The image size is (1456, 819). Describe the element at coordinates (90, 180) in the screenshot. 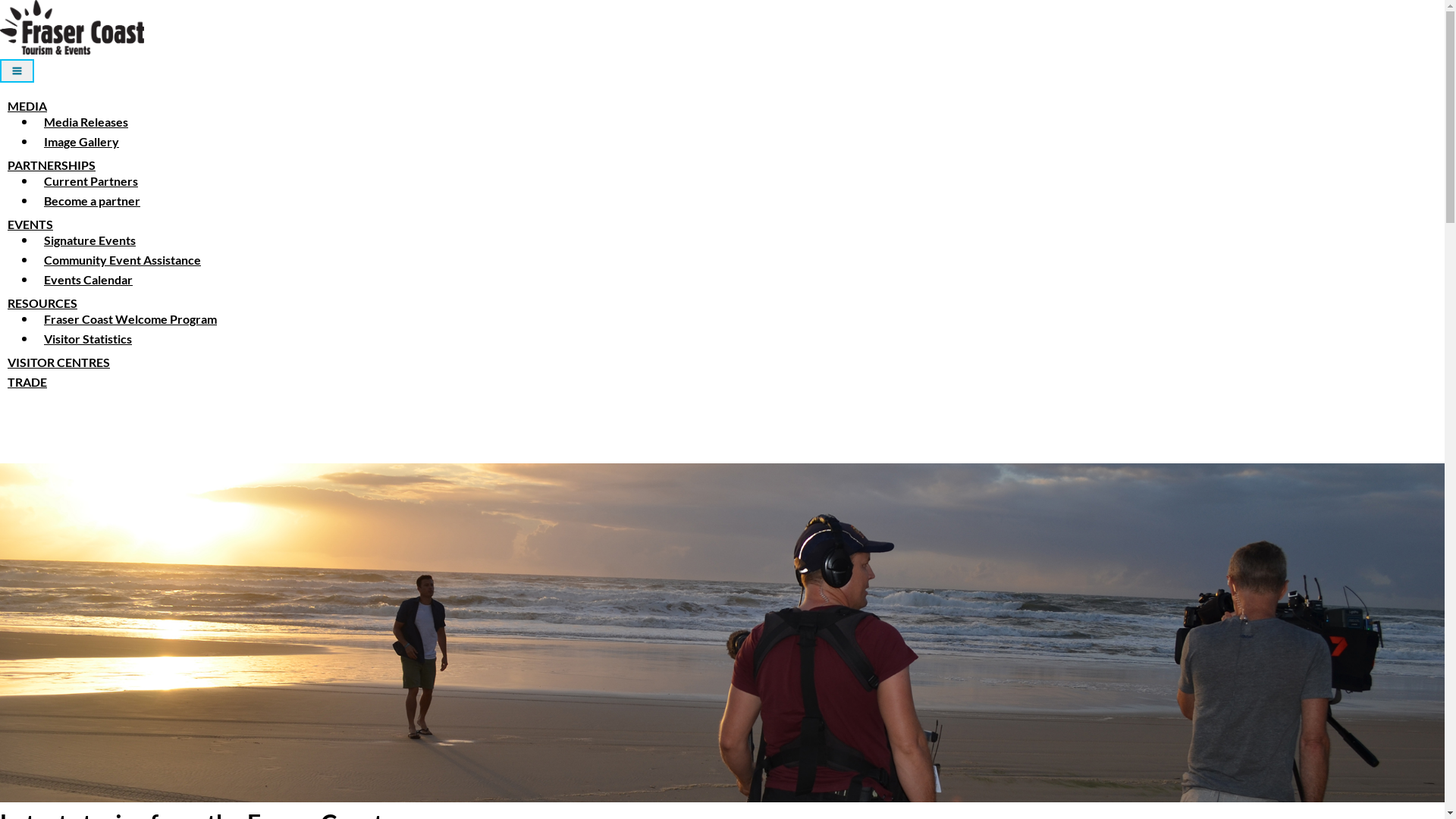

I see `'Current Partners'` at that location.